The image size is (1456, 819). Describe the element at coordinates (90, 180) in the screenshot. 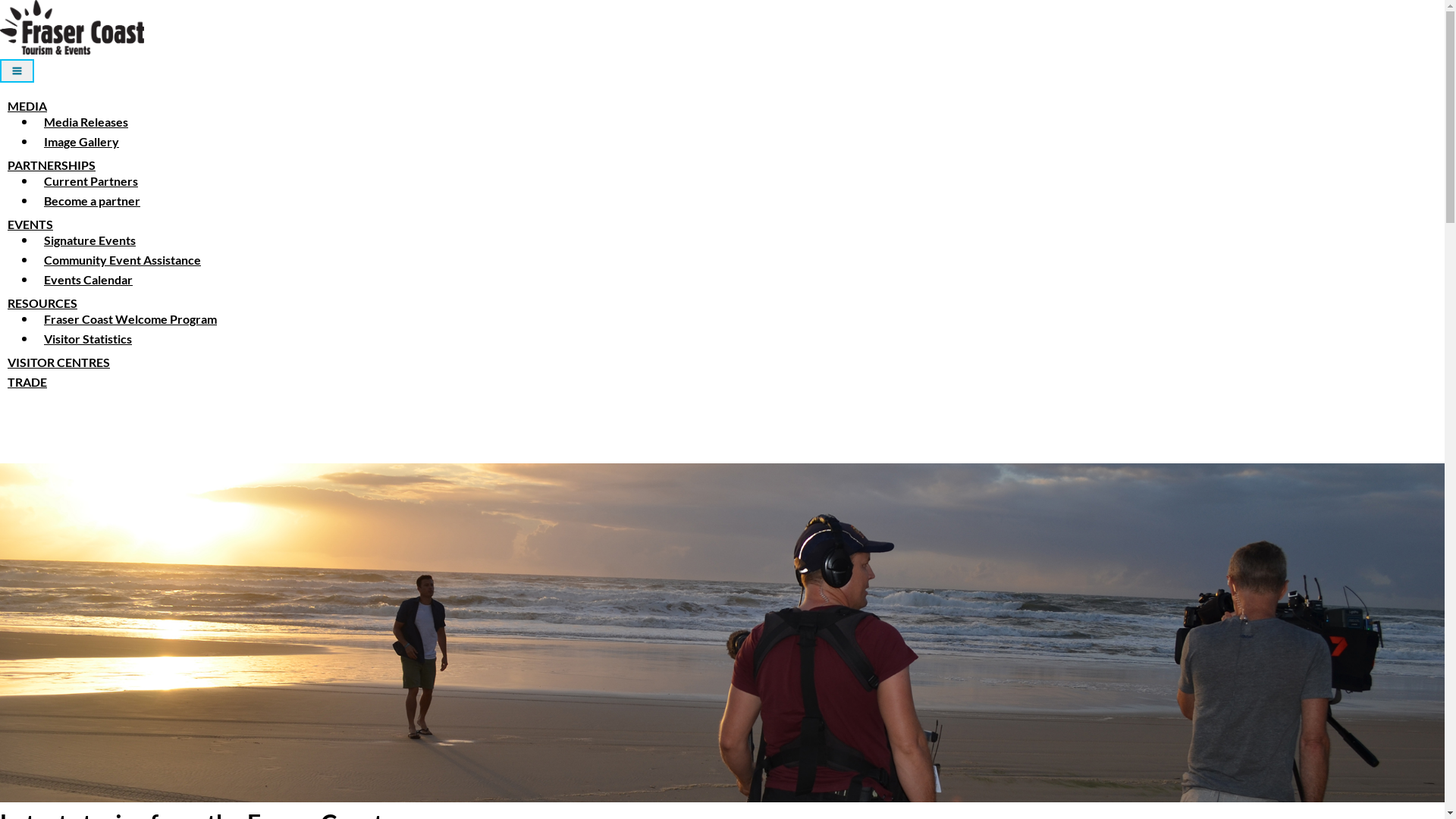

I see `'Current Partners'` at that location.